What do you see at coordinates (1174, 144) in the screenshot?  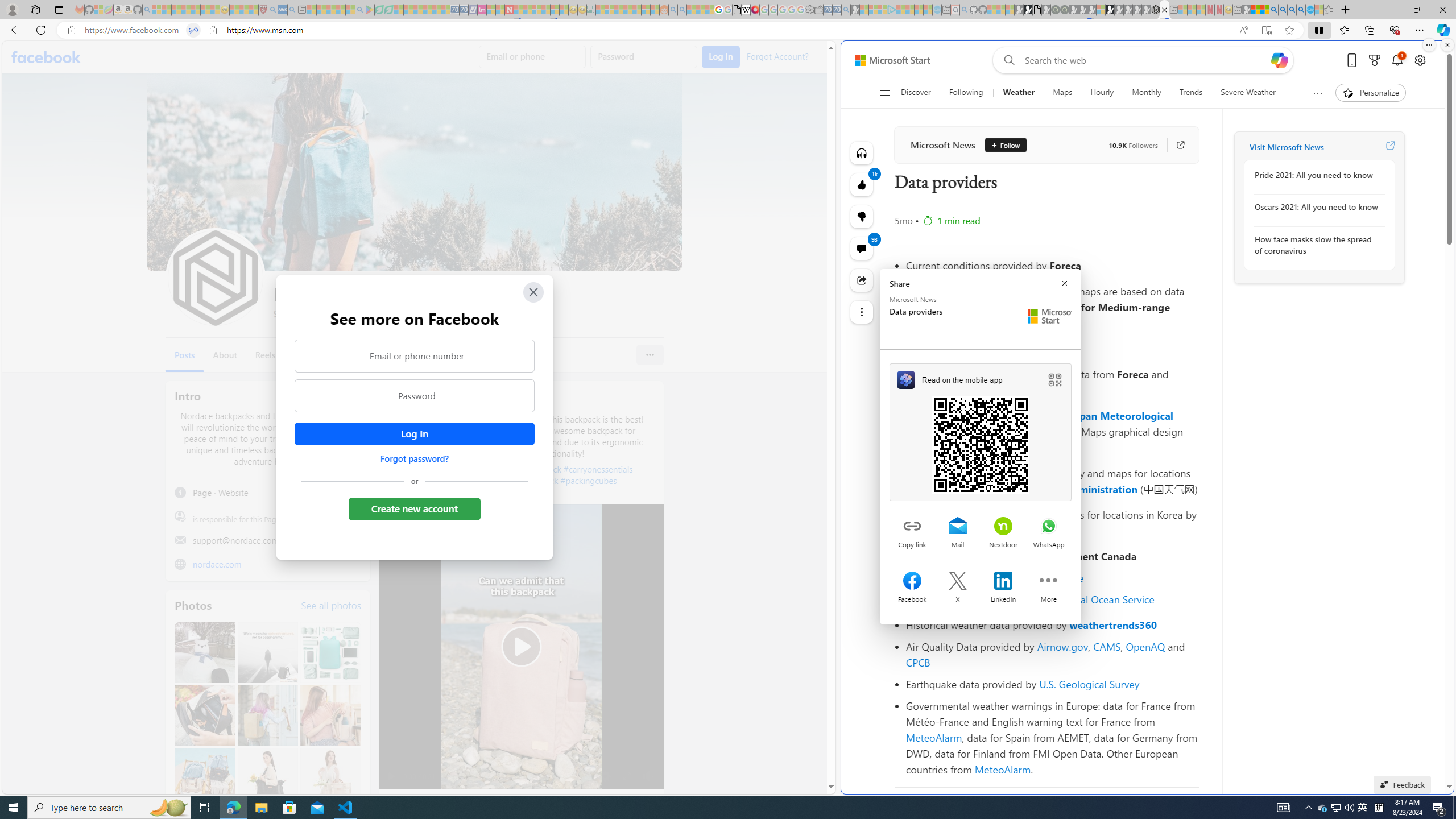 I see `'Go to publisher'` at bounding box center [1174, 144].